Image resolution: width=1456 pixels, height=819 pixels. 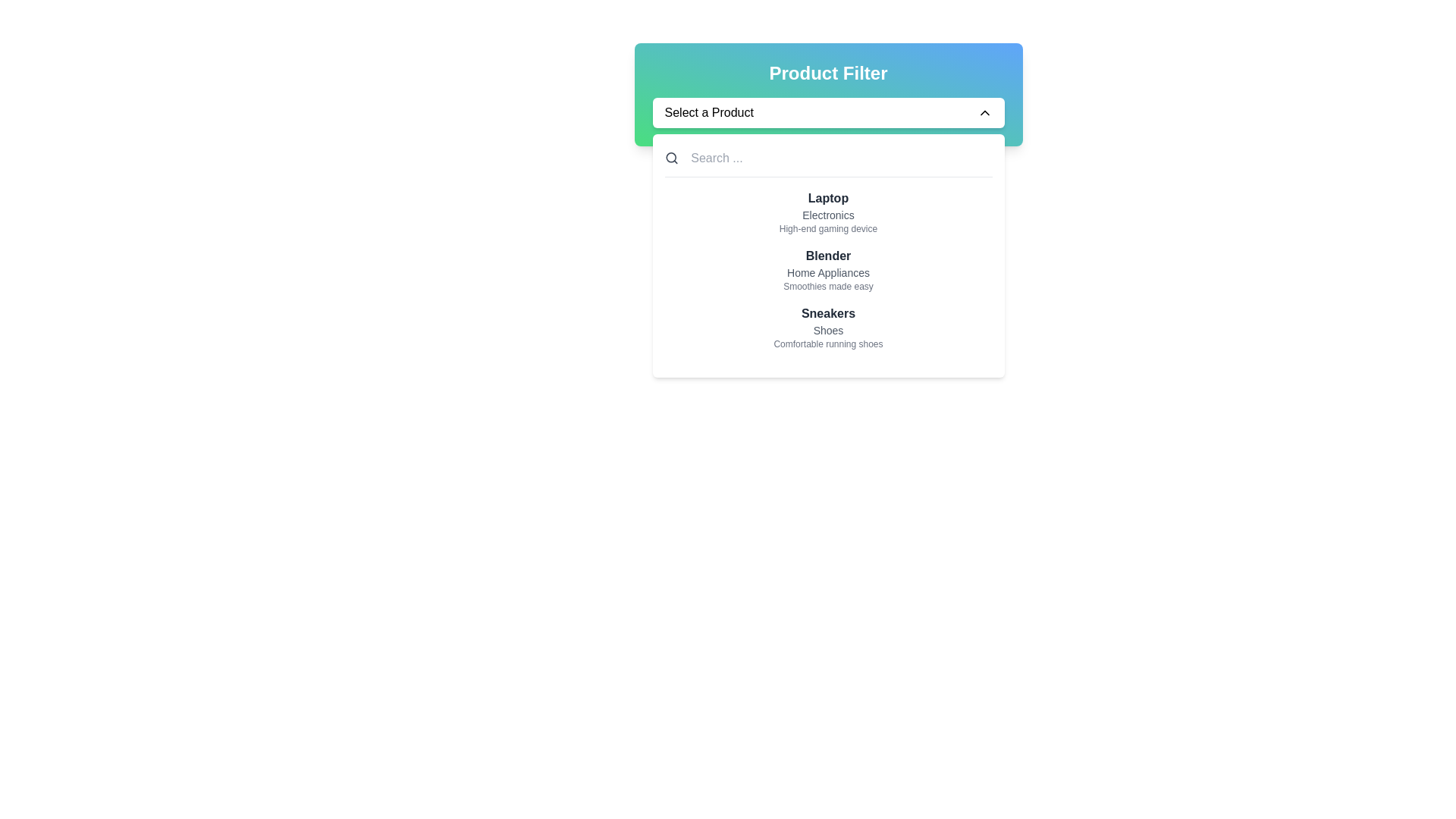 What do you see at coordinates (827, 327) in the screenshot?
I see `the third option in the product filter menu that represents 'Sneakers'` at bounding box center [827, 327].